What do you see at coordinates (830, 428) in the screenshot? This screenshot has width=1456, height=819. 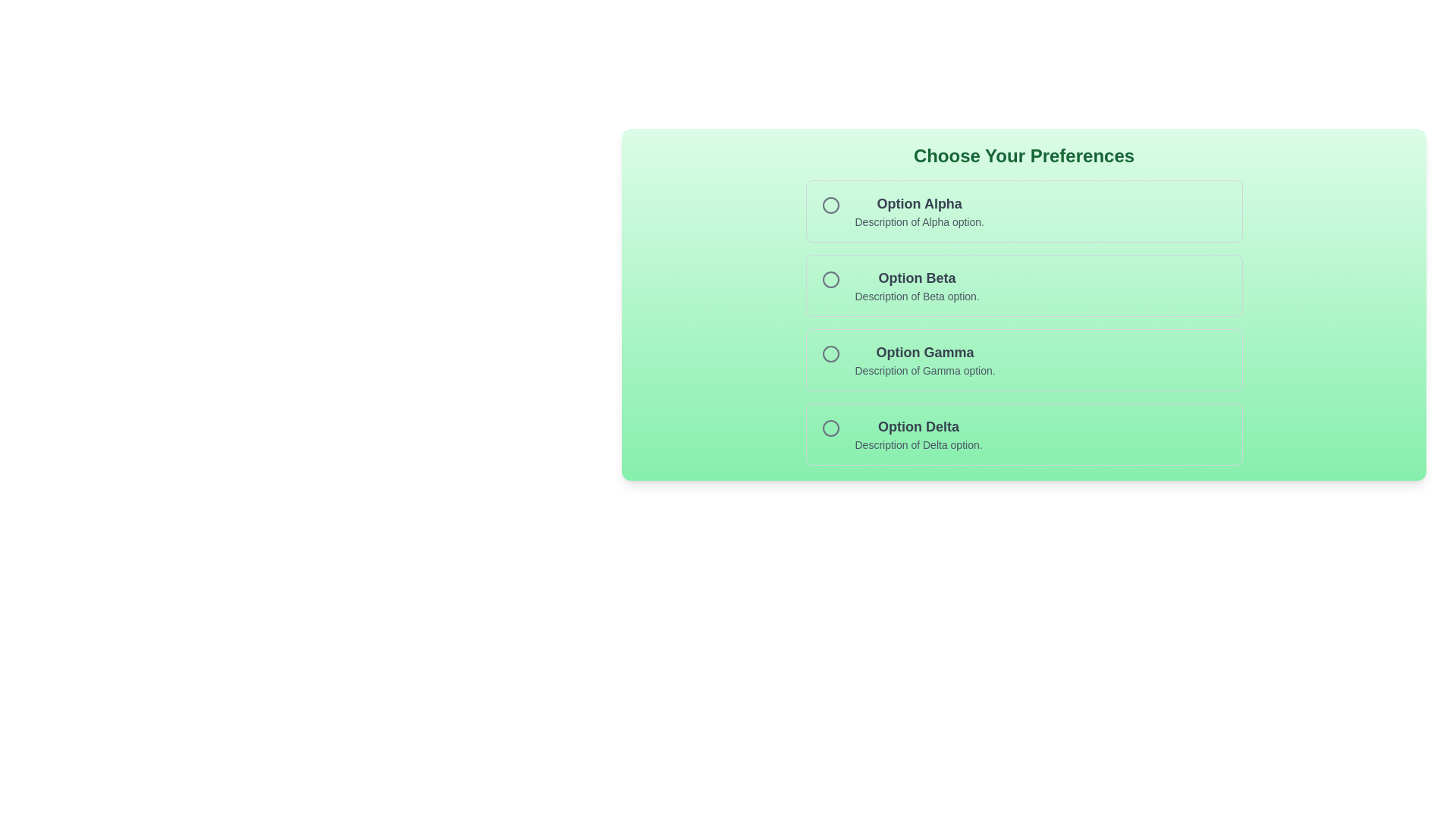 I see `the radio button for 'Option Delta'` at bounding box center [830, 428].